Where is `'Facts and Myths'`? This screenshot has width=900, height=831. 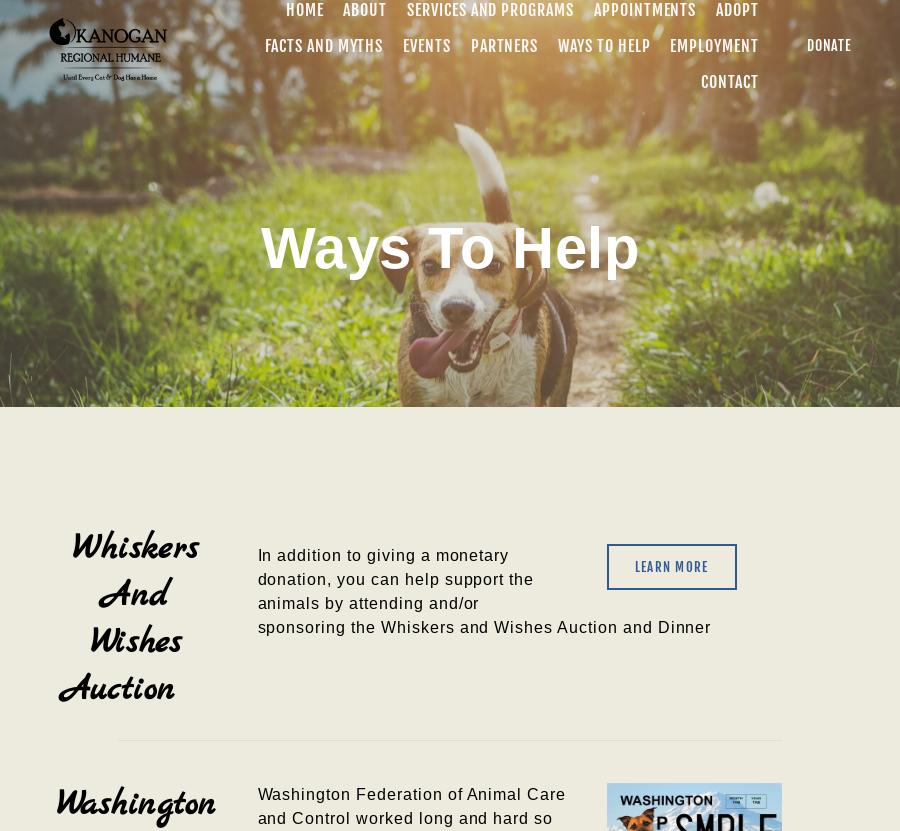
'Facts and Myths' is located at coordinates (322, 45).